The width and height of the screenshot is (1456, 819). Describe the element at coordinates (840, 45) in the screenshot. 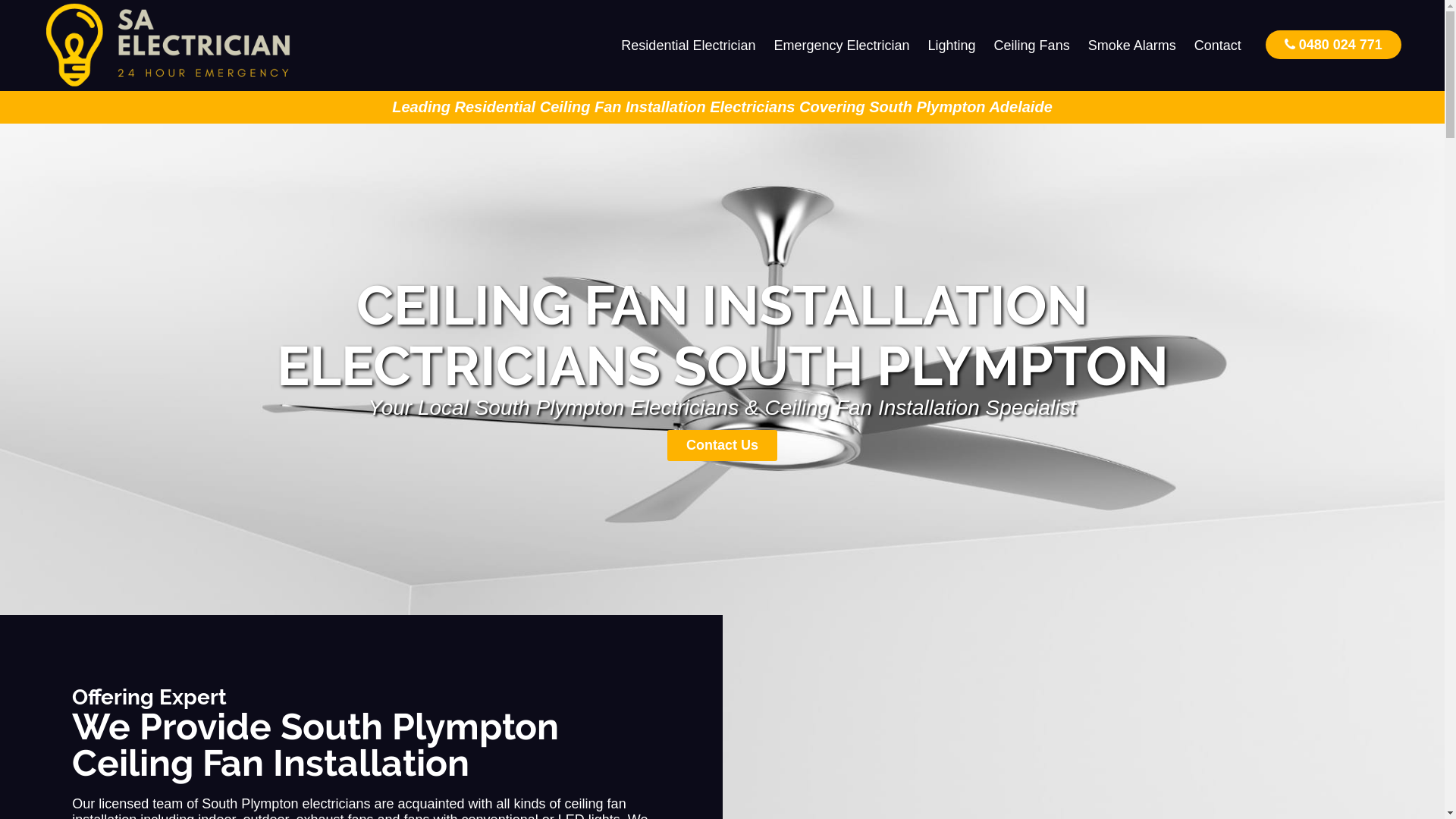

I see `'Emergency Electrician'` at that location.